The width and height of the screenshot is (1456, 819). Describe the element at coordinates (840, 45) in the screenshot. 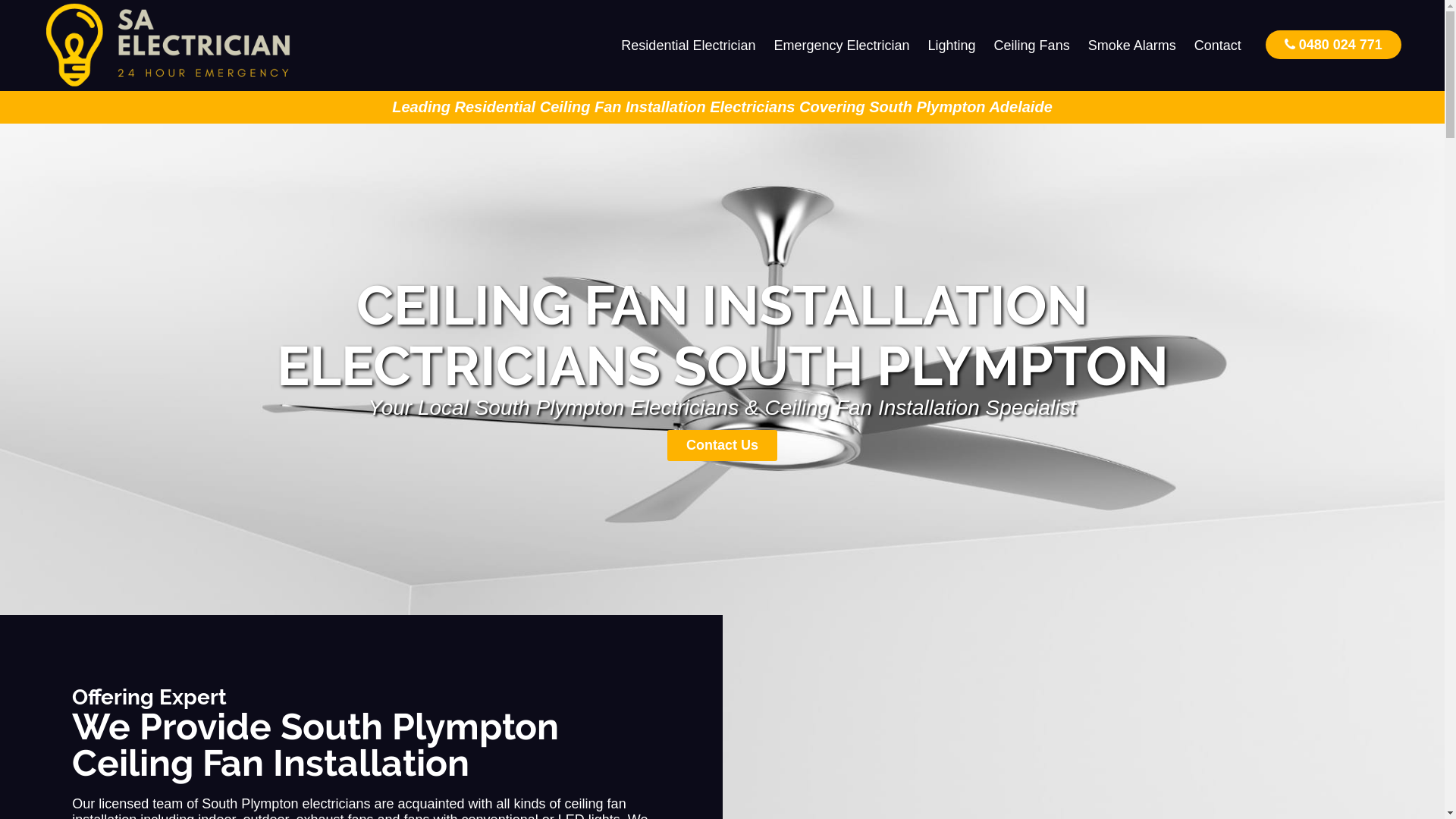

I see `'Emergency Electrician'` at that location.